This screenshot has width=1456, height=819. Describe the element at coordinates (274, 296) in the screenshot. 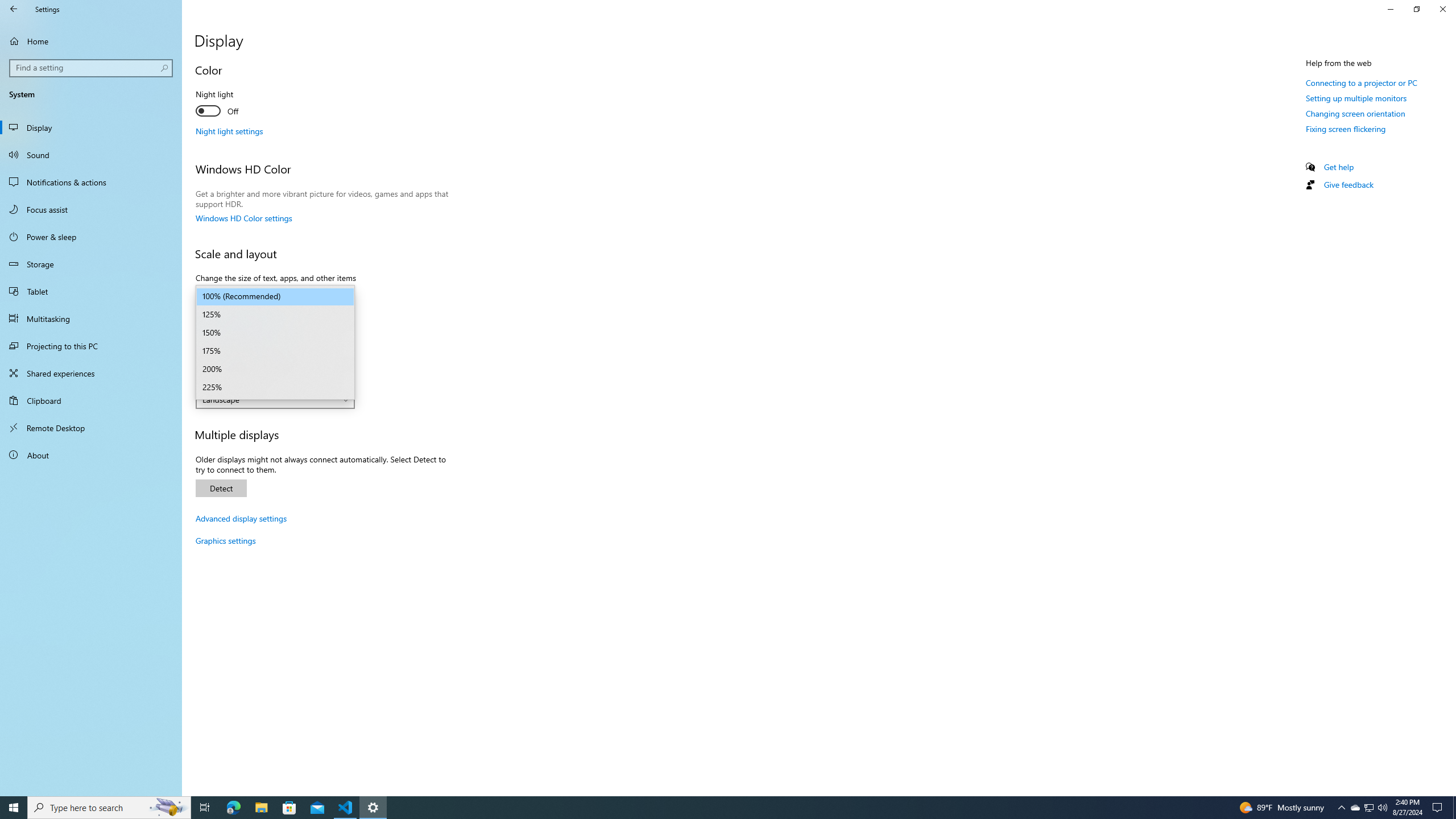

I see `'Change the size of text, apps, and other items'` at that location.